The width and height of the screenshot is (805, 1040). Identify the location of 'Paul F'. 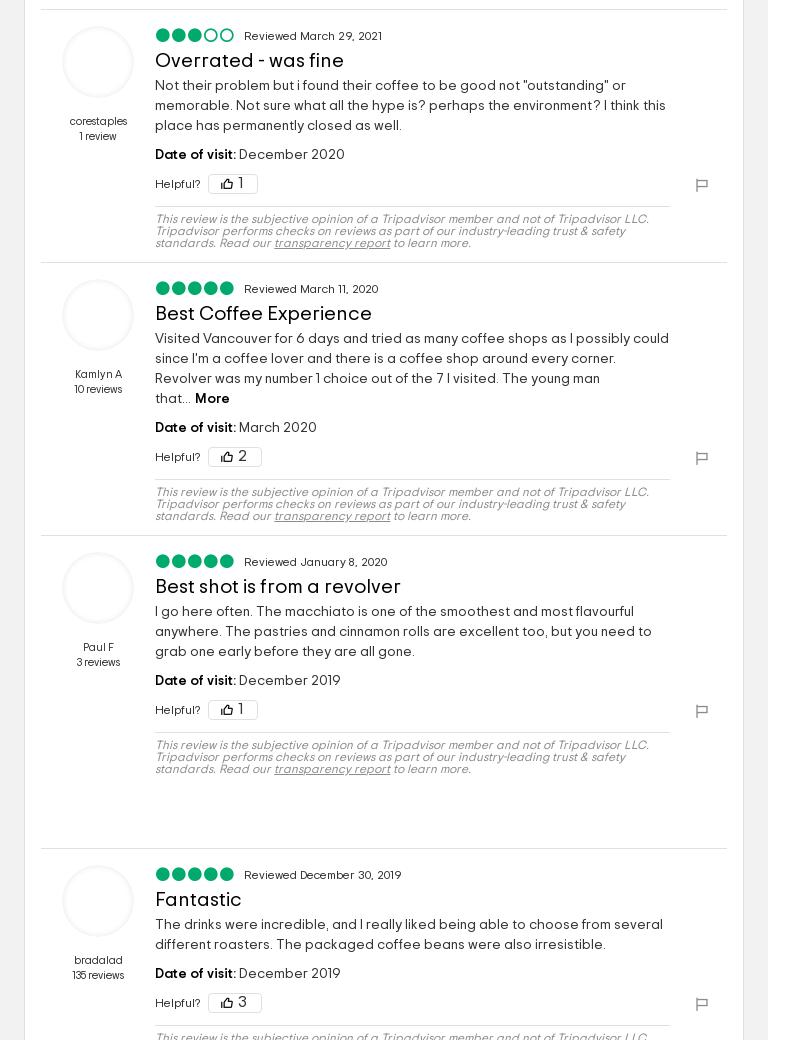
(81, 646).